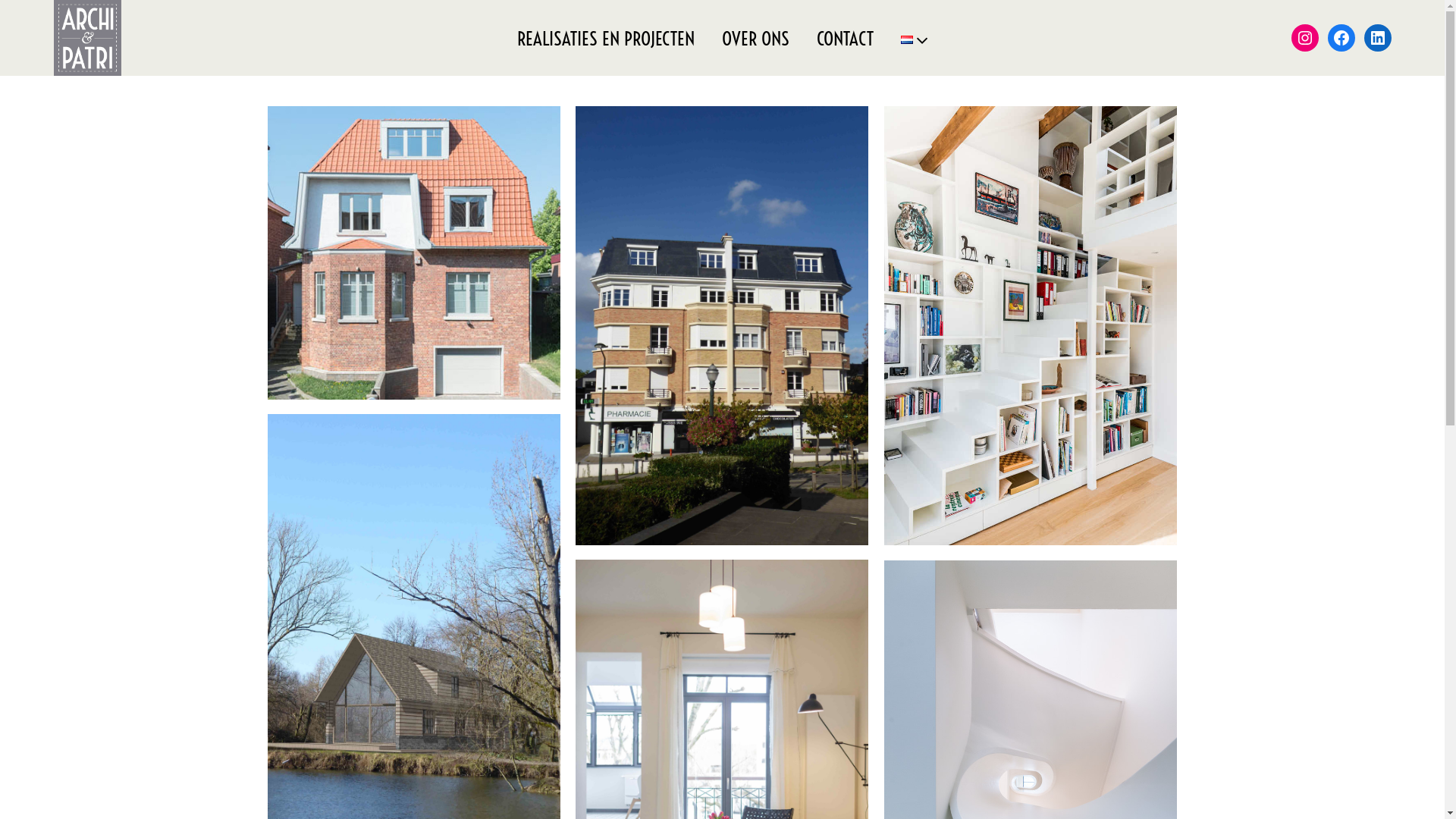 This screenshot has width=1456, height=819. Describe the element at coordinates (1364, 37) in the screenshot. I see `'LinkedIn'` at that location.